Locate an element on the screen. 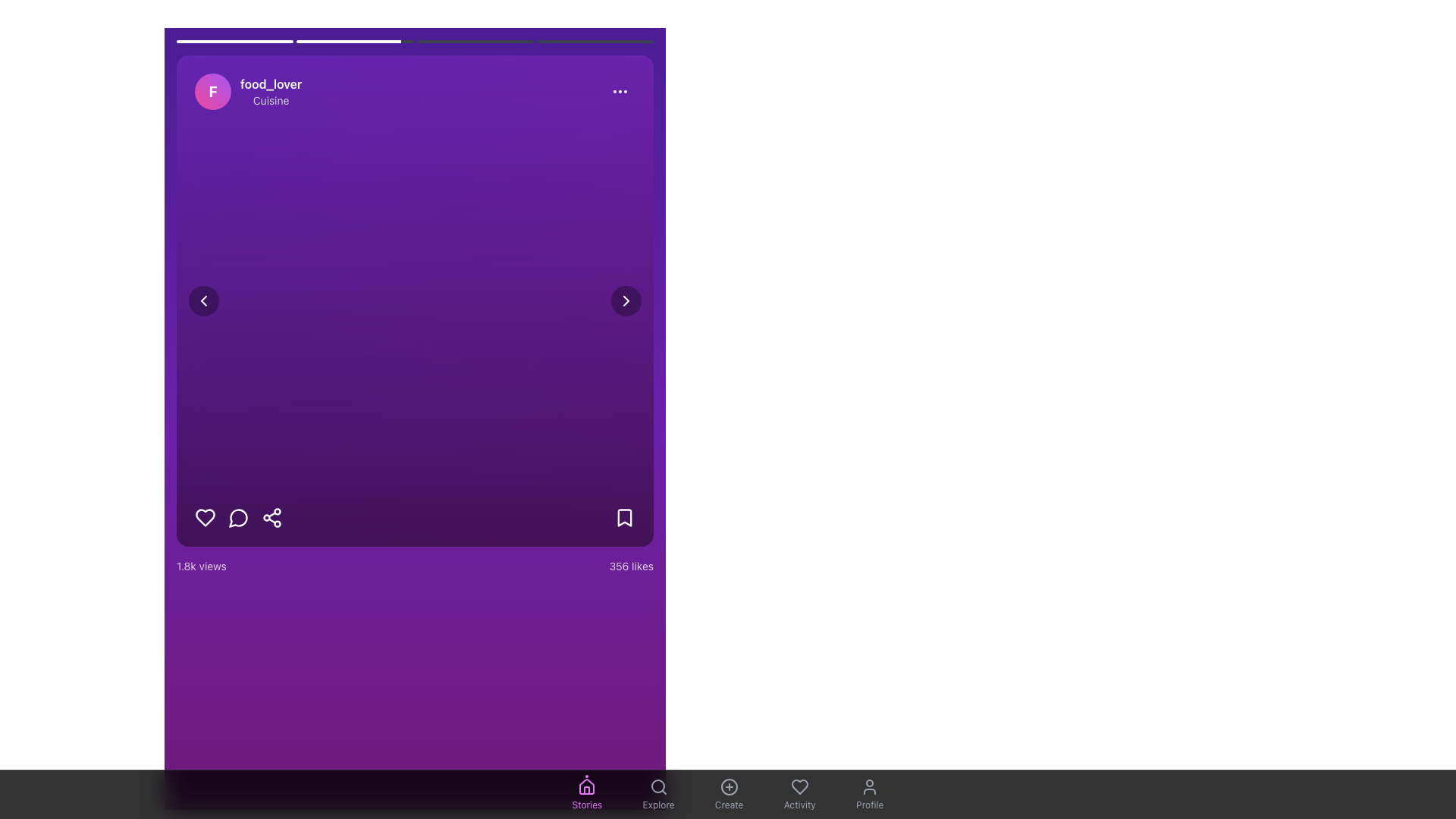 The width and height of the screenshot is (1456, 819). the user icon button in the navigation bar that is styled with a gray color and transitions to fuchsia on hover, labeled 'Profile' is located at coordinates (870, 786).